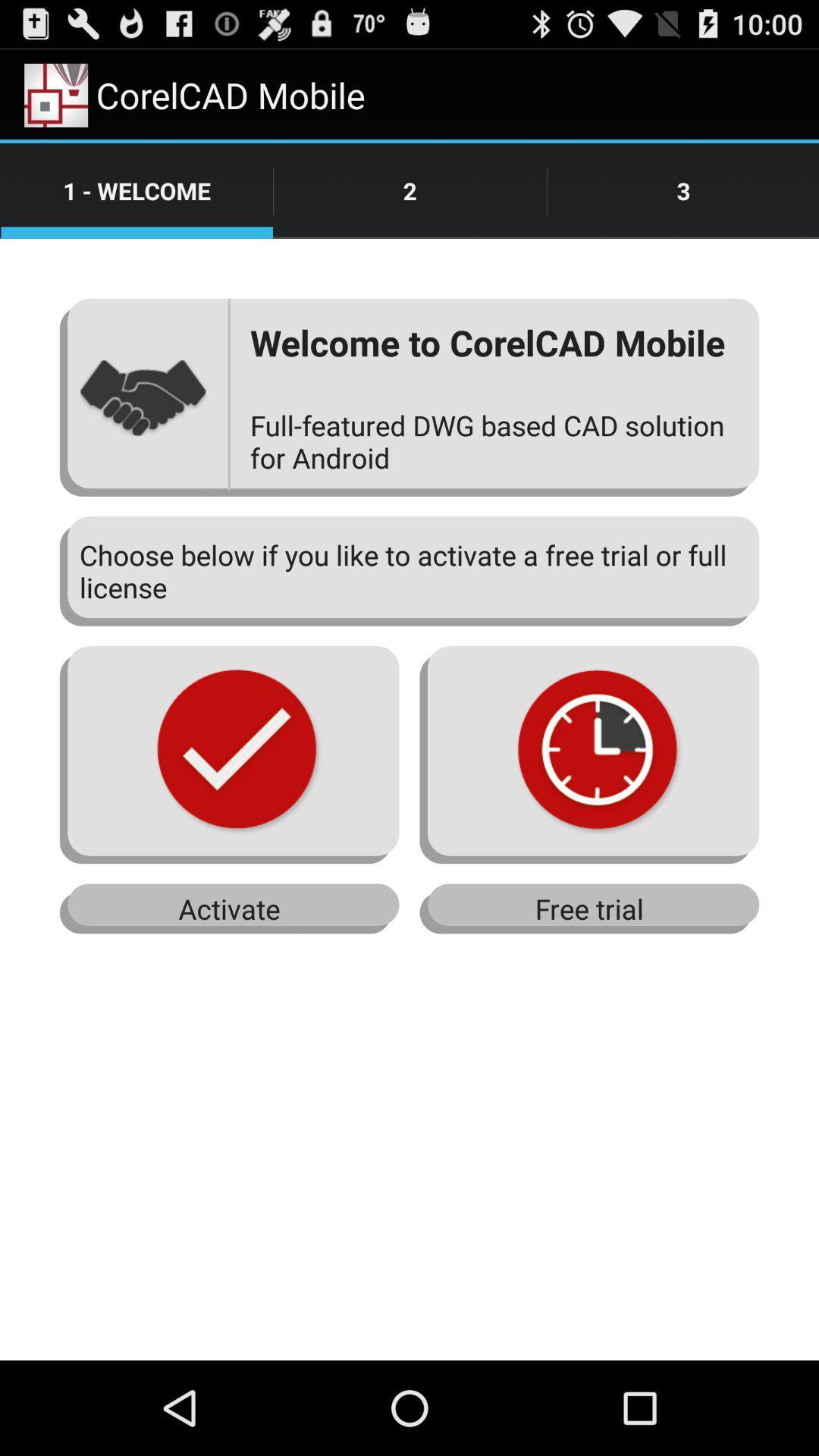 This screenshot has width=819, height=1456. What do you see at coordinates (230, 909) in the screenshot?
I see `the box that reads the text activate` at bounding box center [230, 909].